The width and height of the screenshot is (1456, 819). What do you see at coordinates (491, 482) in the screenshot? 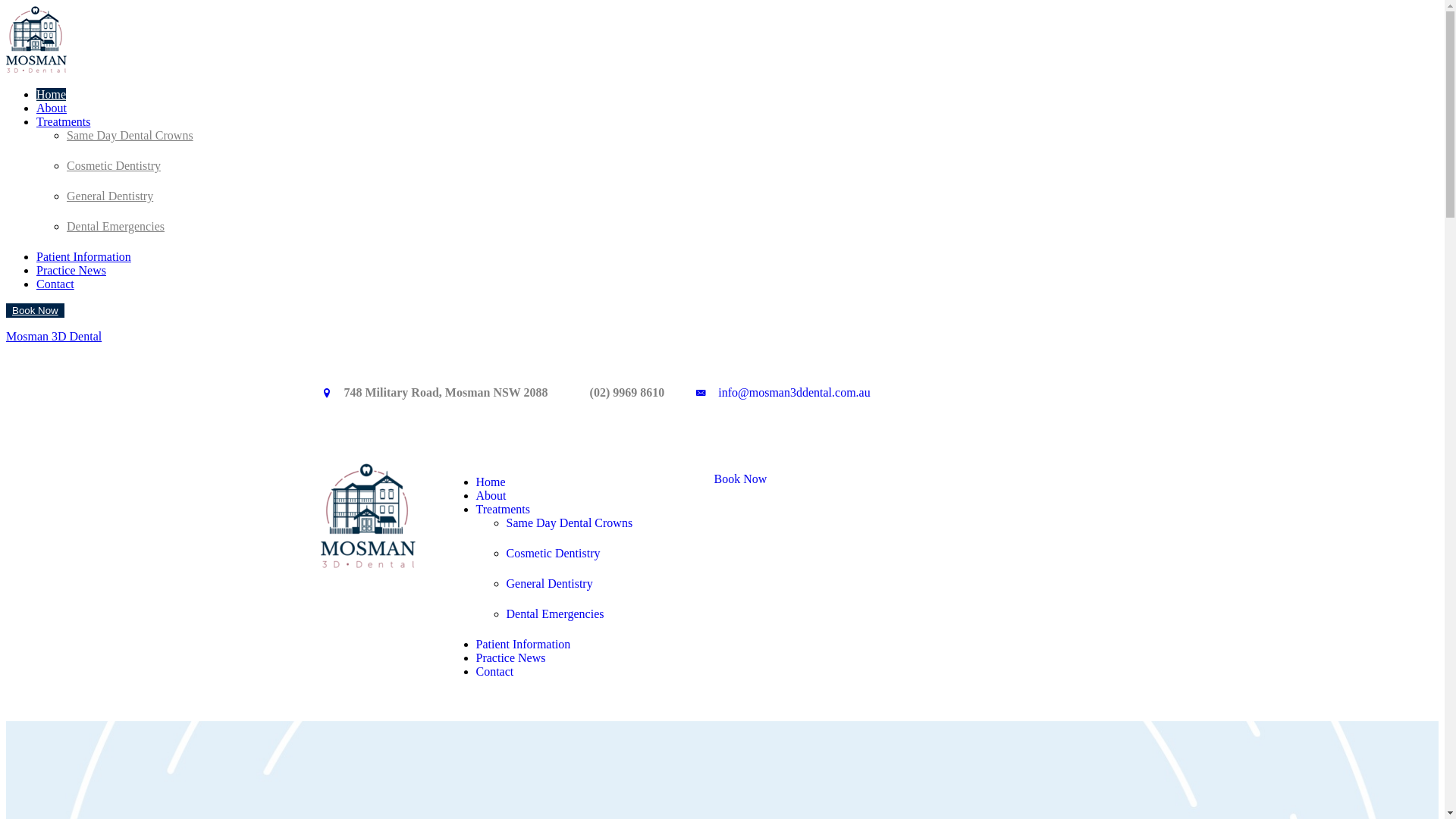
I see `'Home'` at bounding box center [491, 482].